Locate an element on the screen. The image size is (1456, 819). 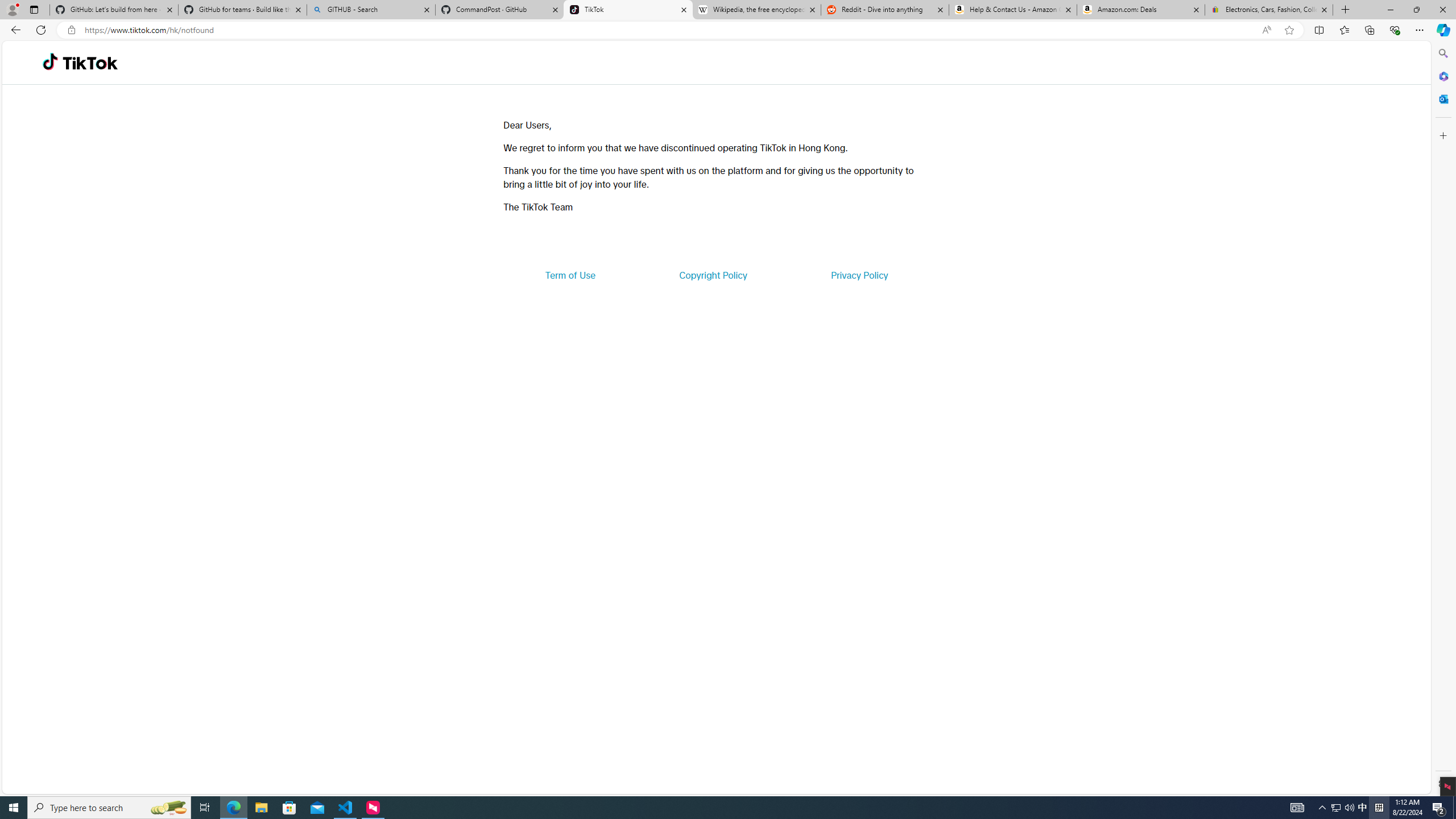
'GITHUB - Search' is located at coordinates (370, 9).